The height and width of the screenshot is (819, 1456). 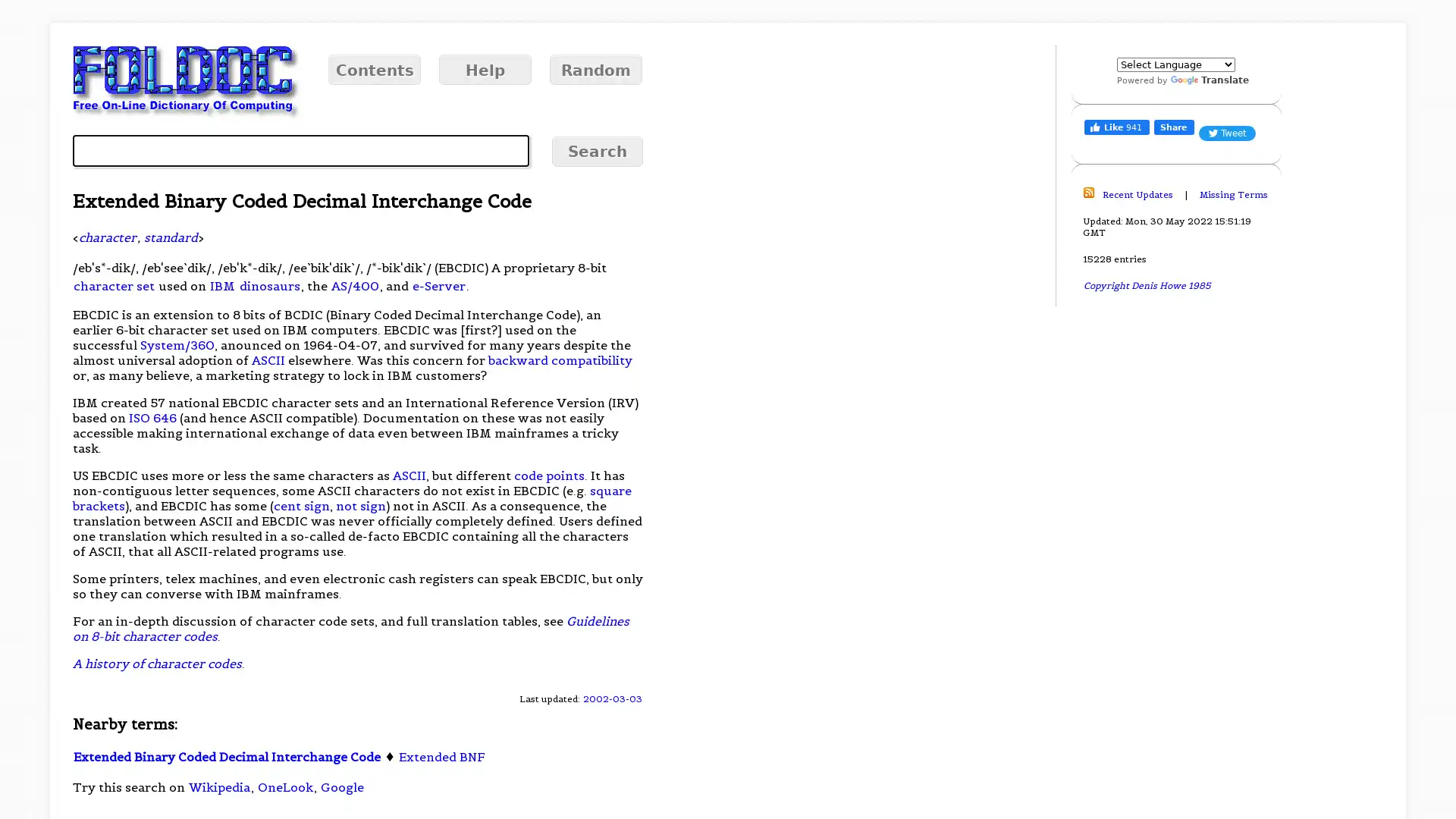 What do you see at coordinates (596, 152) in the screenshot?
I see `Search` at bounding box center [596, 152].